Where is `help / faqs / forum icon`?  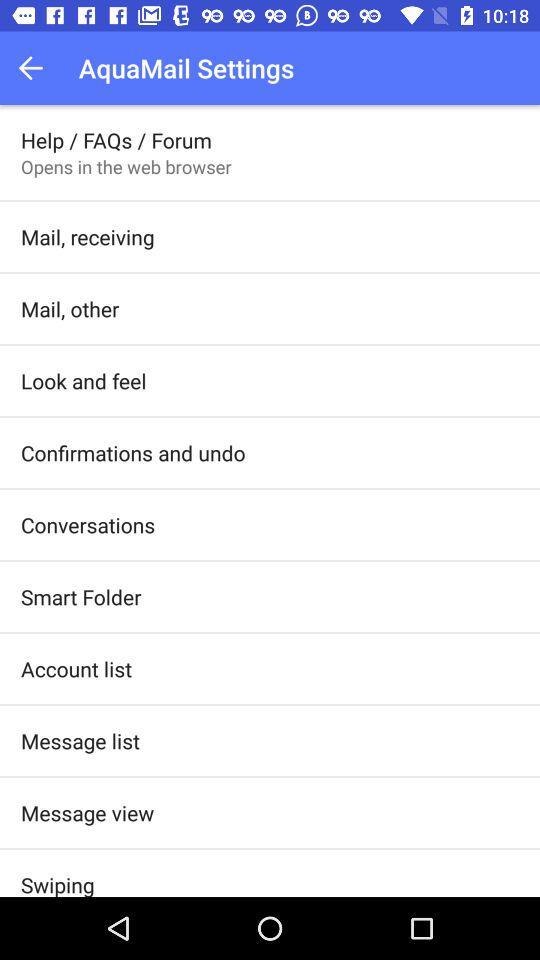
help / faqs / forum icon is located at coordinates (116, 139).